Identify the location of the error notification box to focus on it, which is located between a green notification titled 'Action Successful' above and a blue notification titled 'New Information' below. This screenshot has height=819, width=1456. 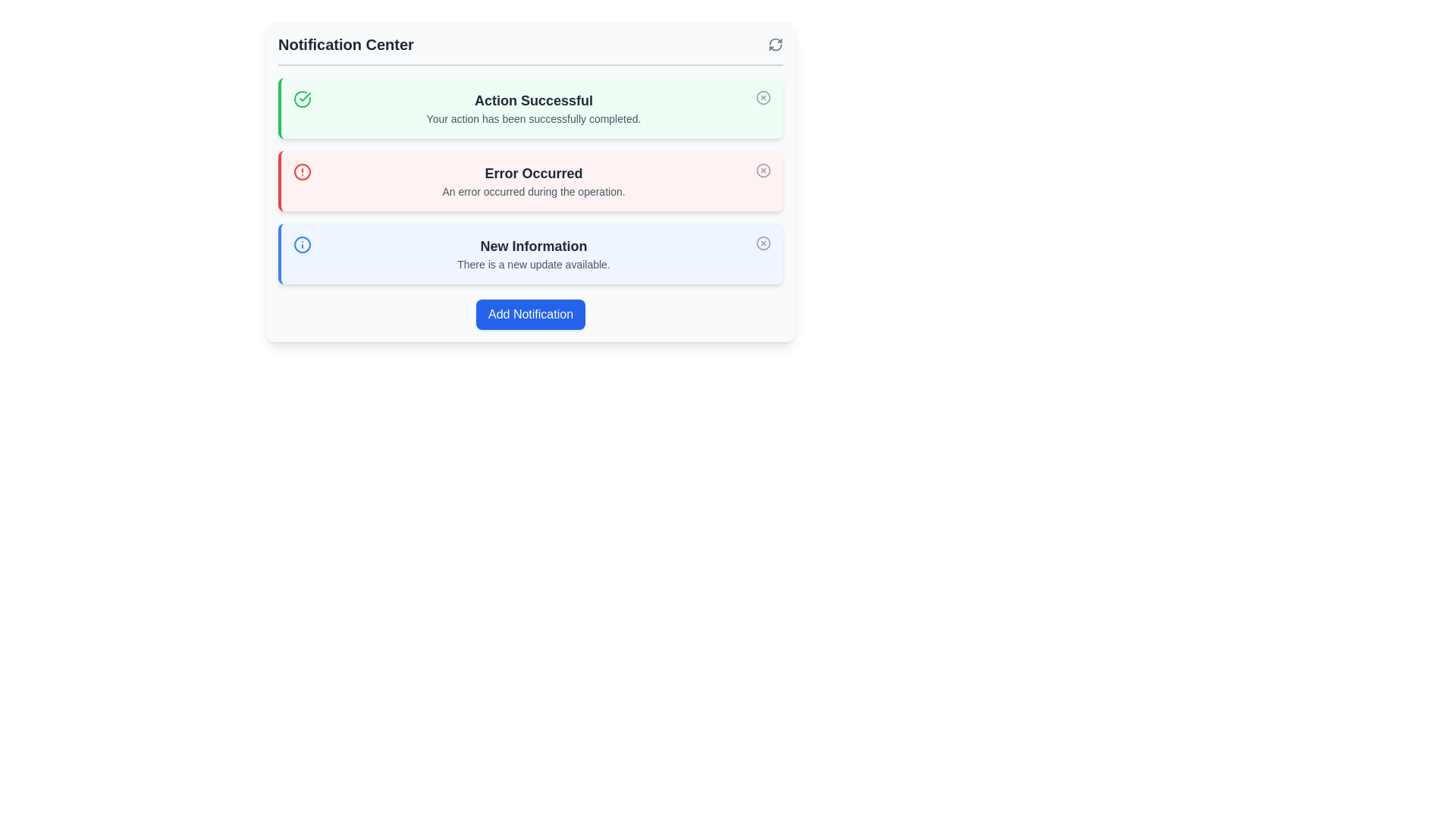
(531, 180).